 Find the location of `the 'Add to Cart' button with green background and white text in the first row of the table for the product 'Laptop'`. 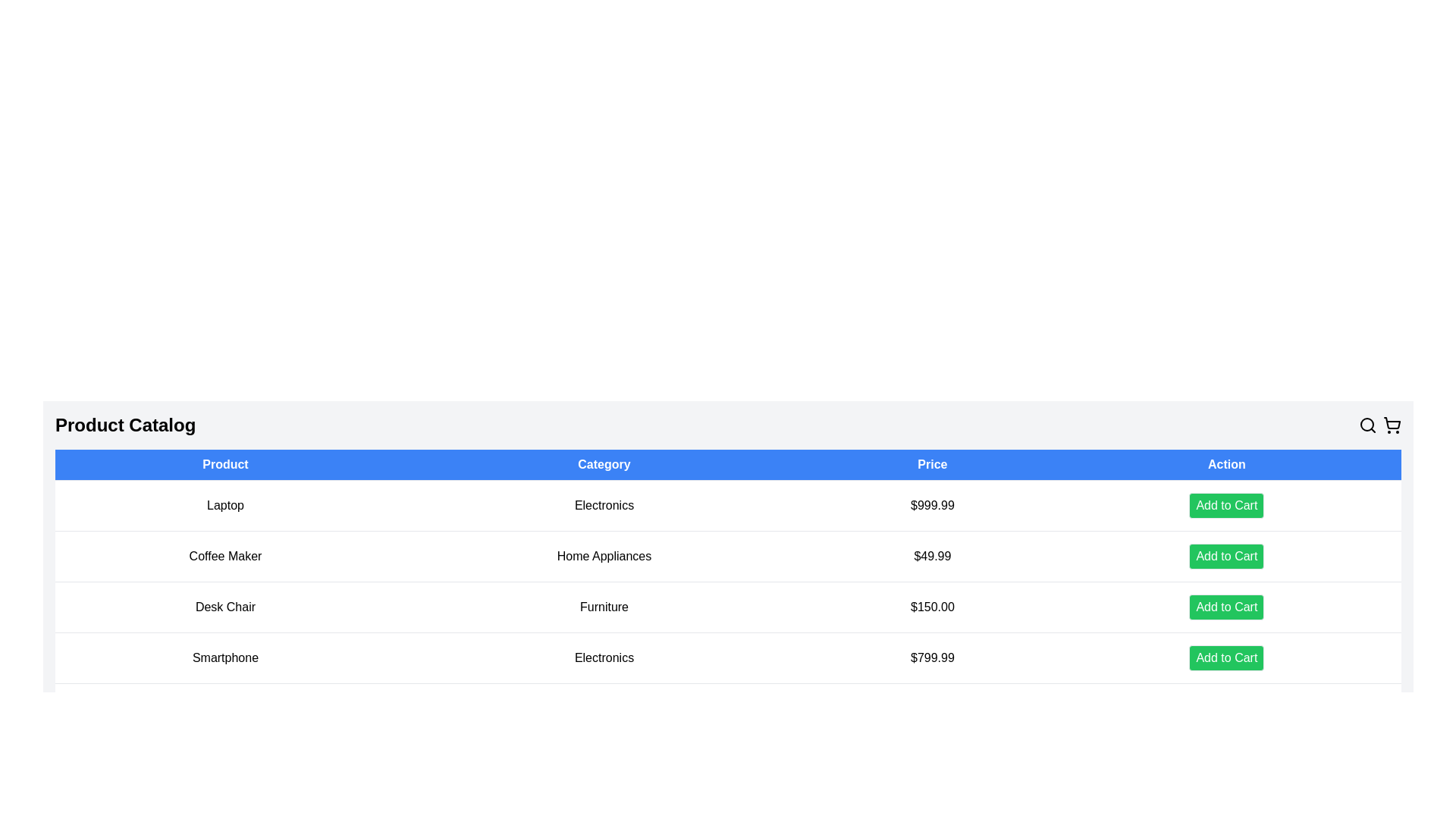

the 'Add to Cart' button with green background and white text in the first row of the table for the product 'Laptop' is located at coordinates (1226, 506).